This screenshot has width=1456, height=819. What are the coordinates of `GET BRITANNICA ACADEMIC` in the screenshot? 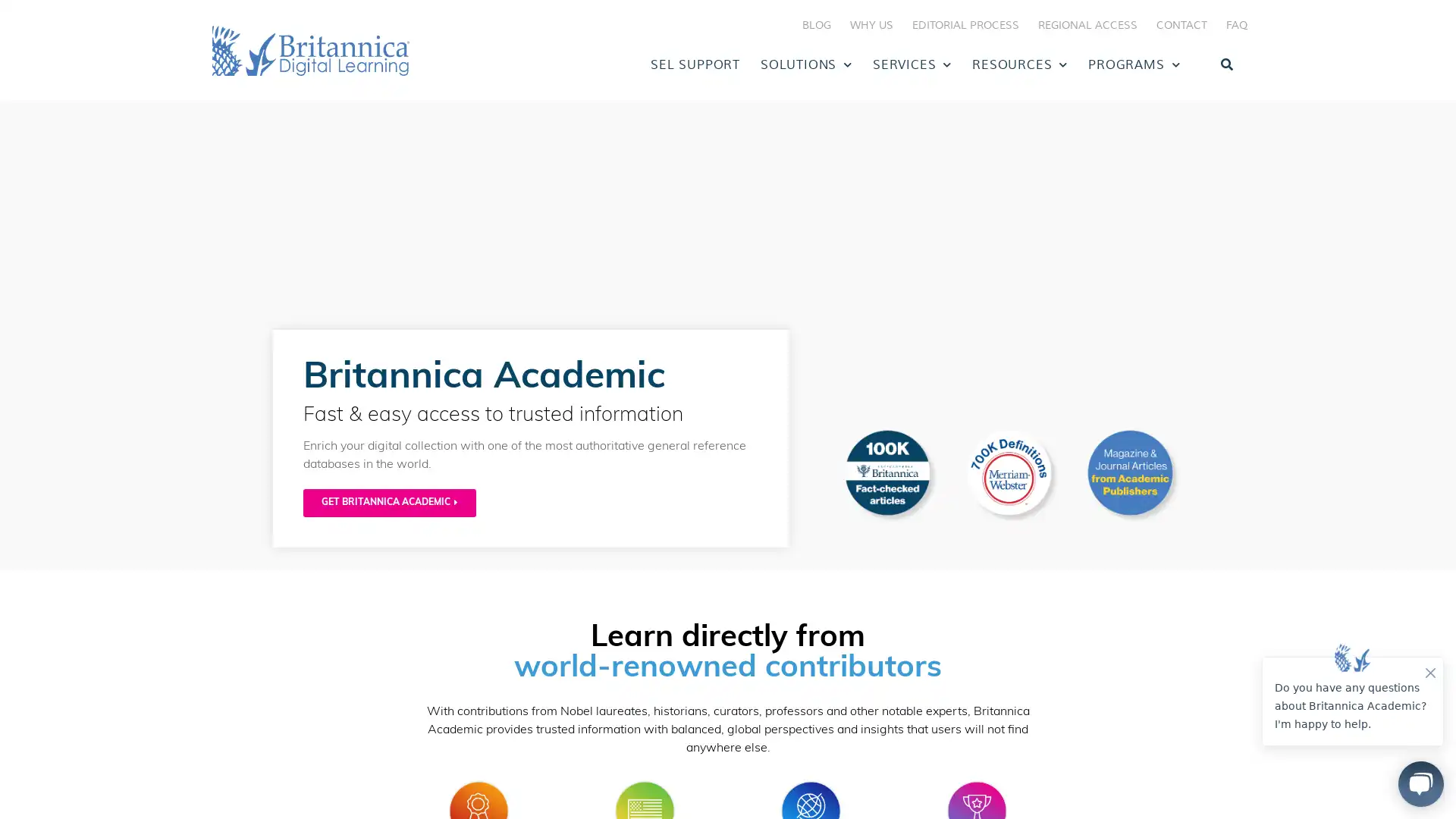 It's located at (389, 503).